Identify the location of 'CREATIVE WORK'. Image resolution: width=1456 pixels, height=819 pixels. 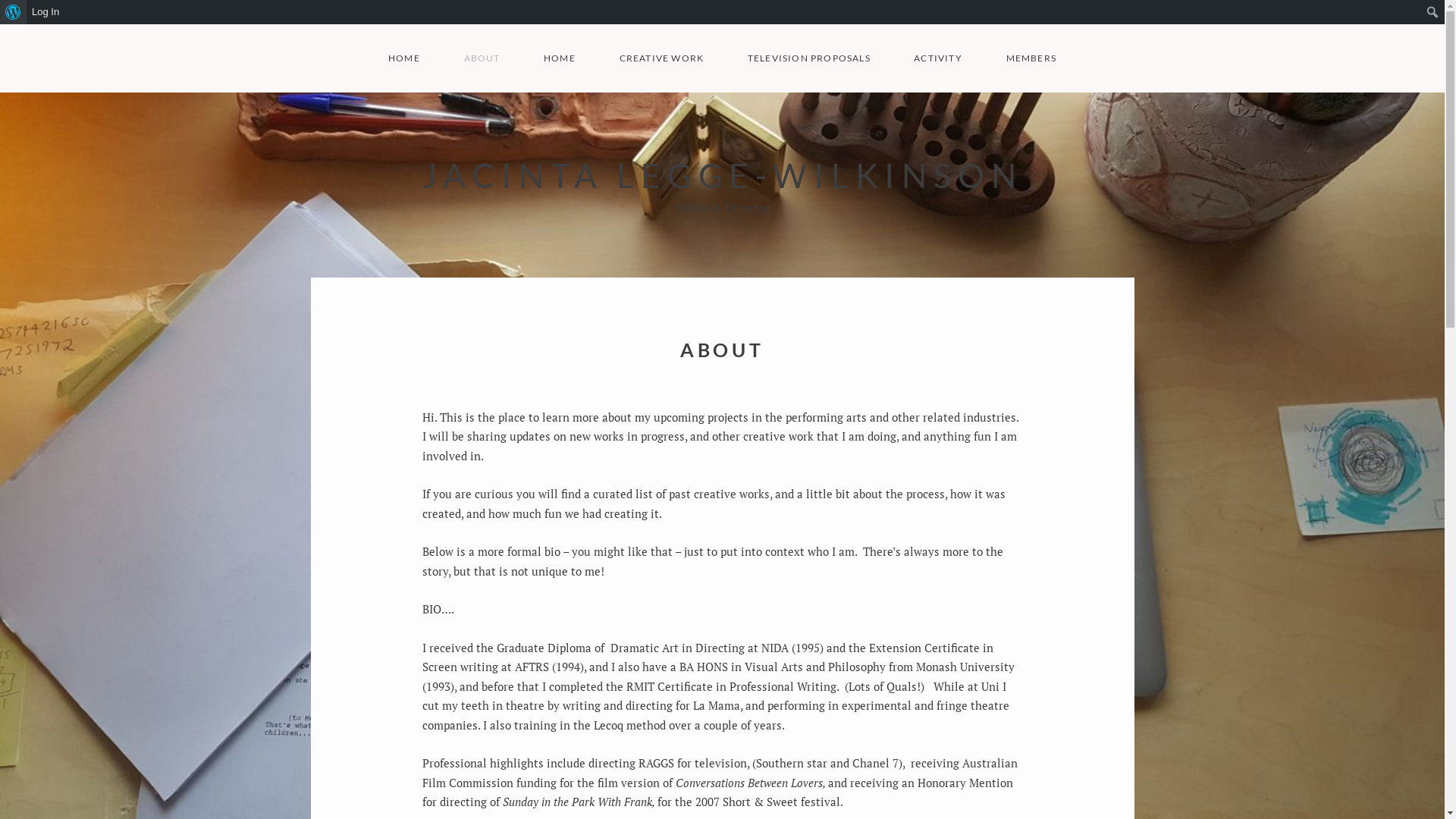
(661, 58).